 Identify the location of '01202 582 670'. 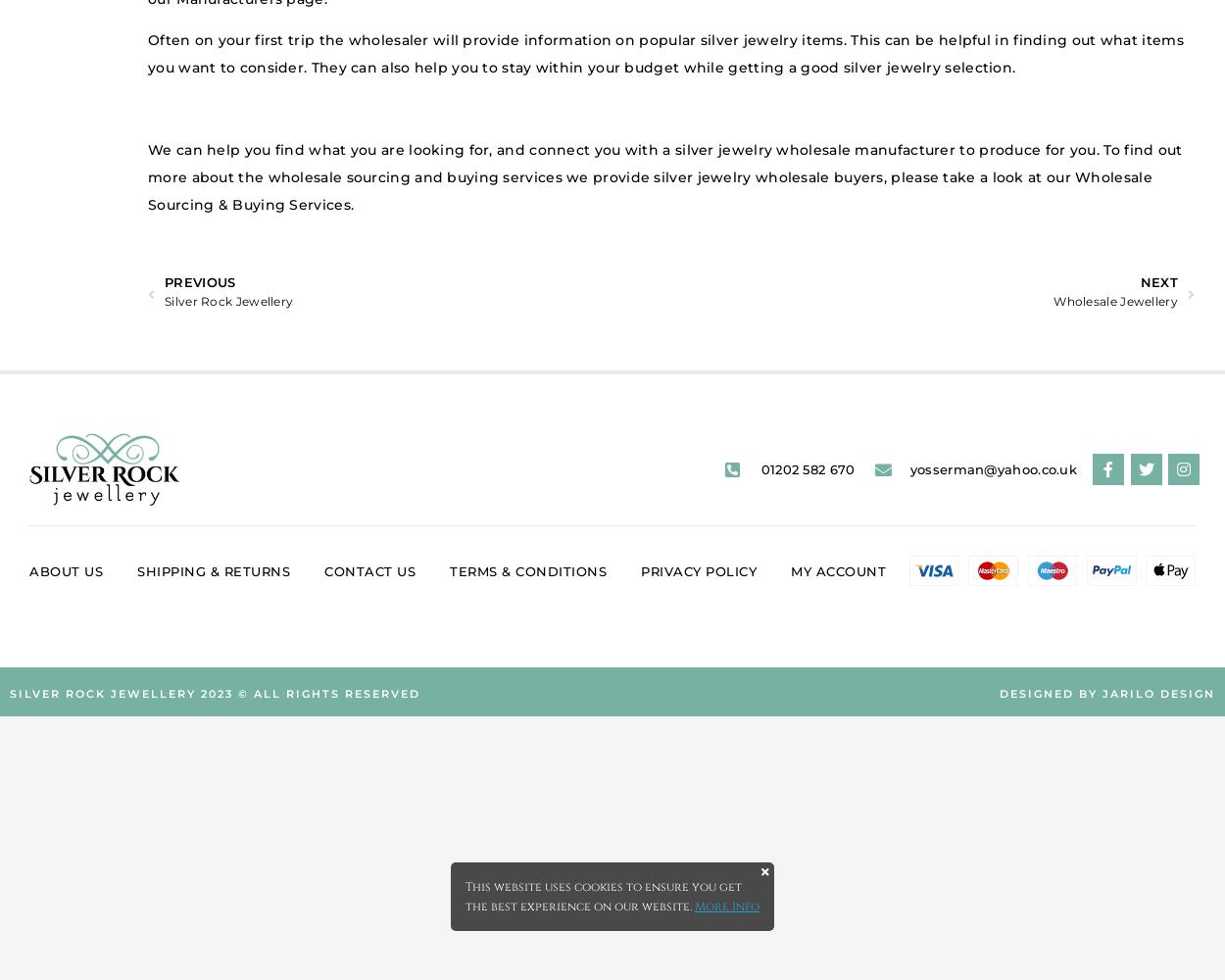
(807, 468).